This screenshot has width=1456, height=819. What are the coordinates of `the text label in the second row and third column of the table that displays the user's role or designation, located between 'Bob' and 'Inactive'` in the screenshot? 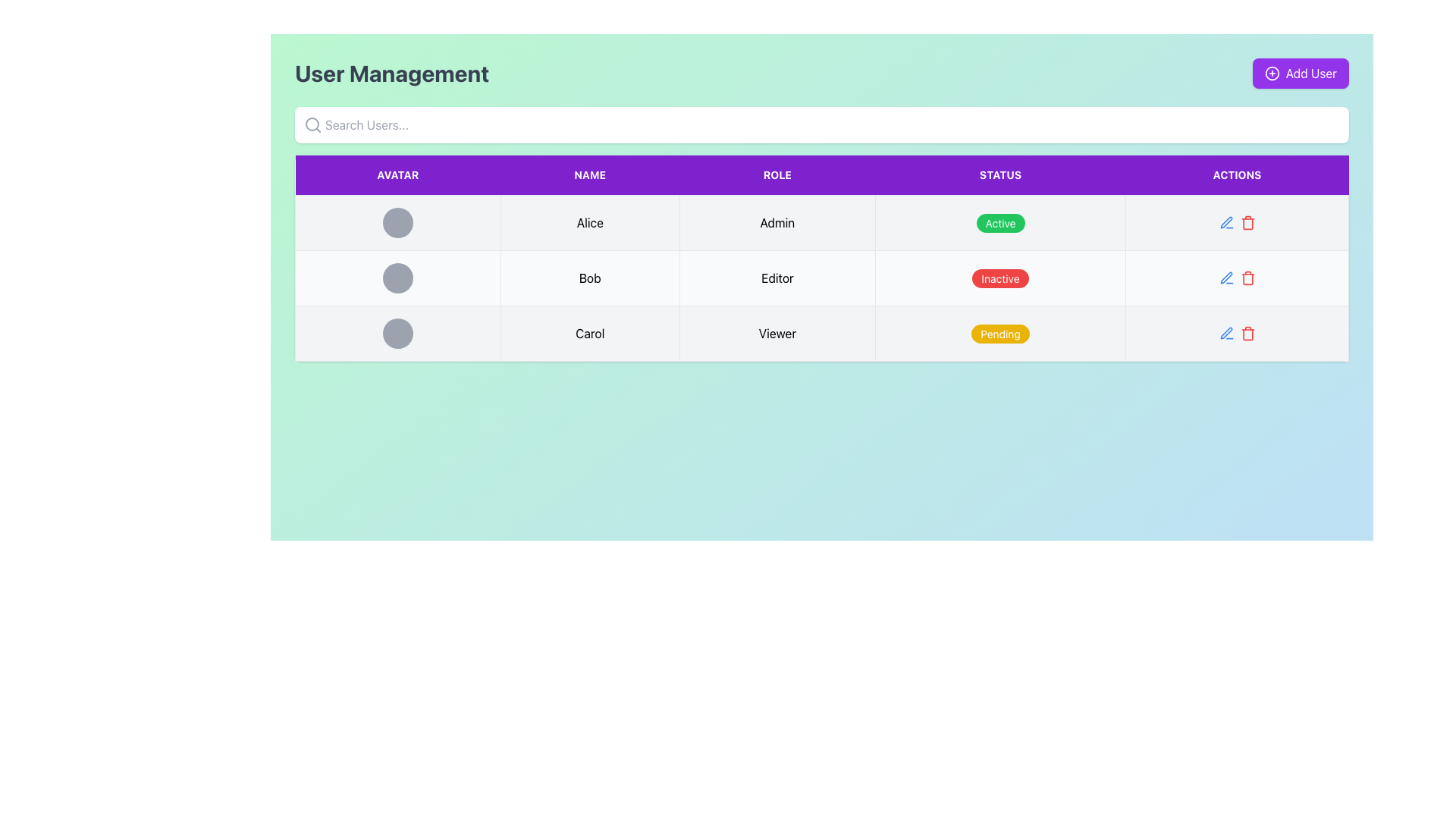 It's located at (777, 278).